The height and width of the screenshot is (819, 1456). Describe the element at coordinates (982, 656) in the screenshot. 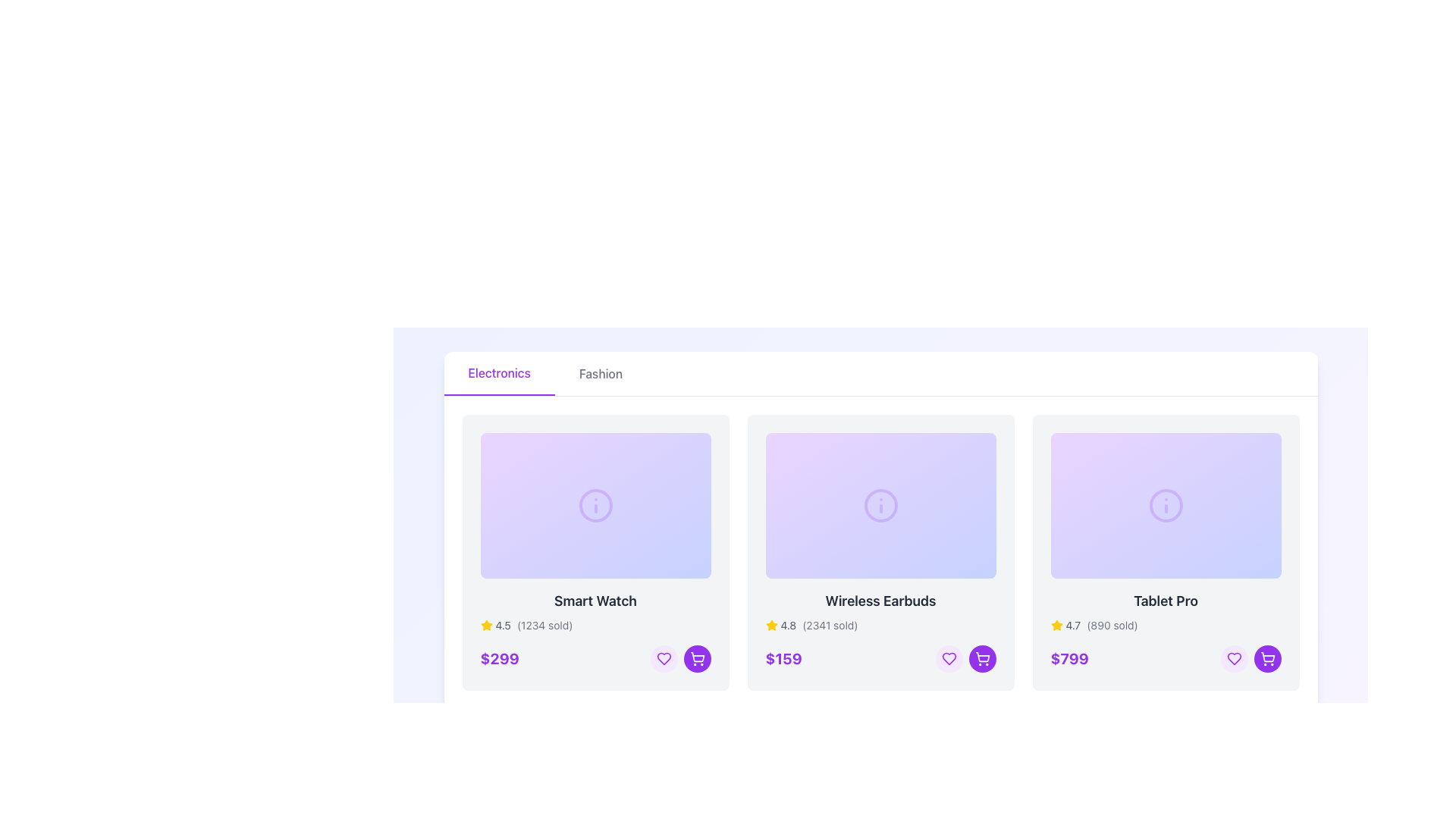

I see `the shopping cart icon located within the purple circular button at the lower-right corner of the 'Wireless Earbuds' product card to trigger a tooltip or visual effect` at that location.